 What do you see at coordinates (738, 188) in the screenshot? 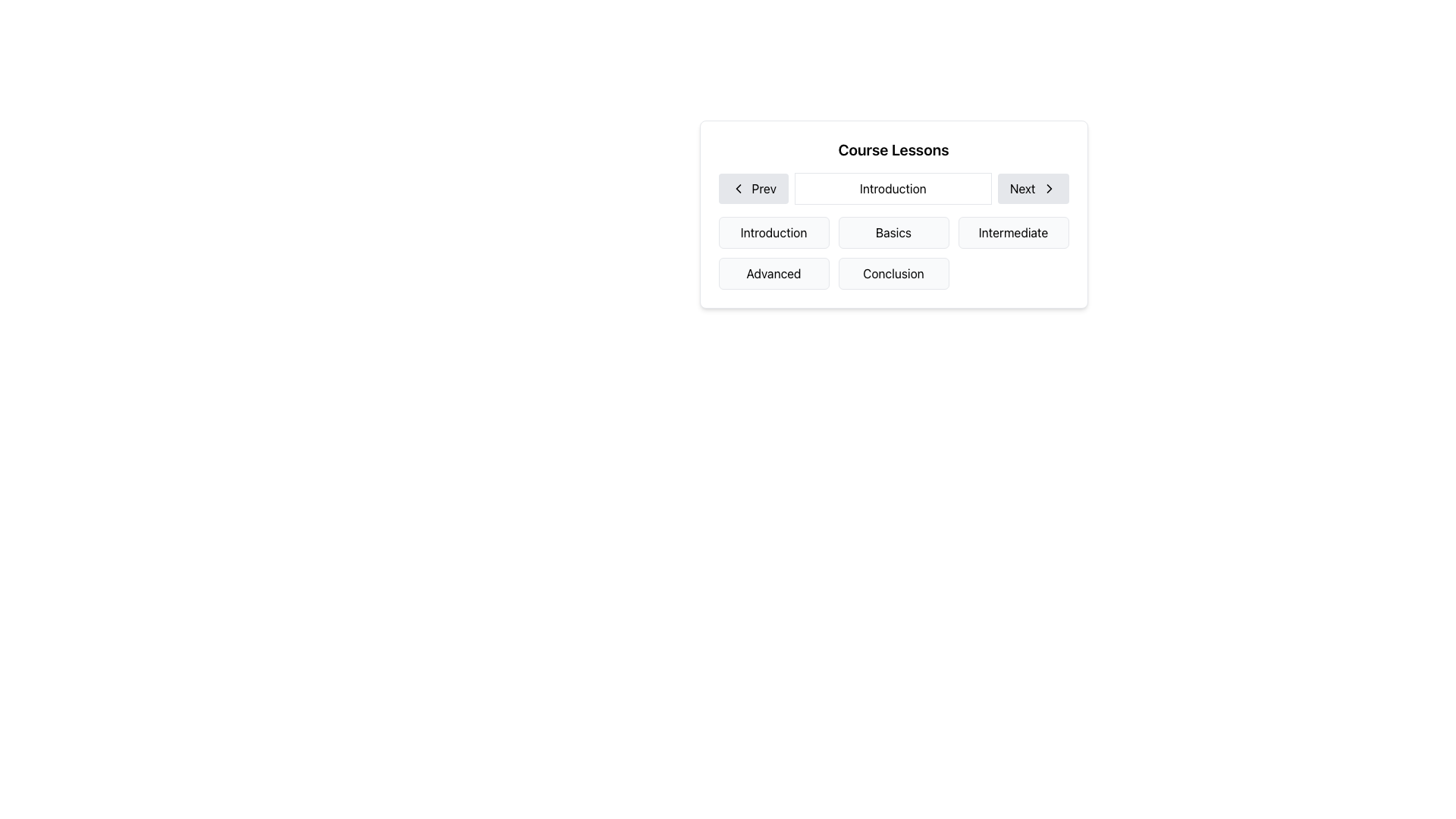
I see `the small, stylized left-facing arrow icon within the 'Prev' button located in the top-left corner of the 'Course Lessons' interface` at bounding box center [738, 188].